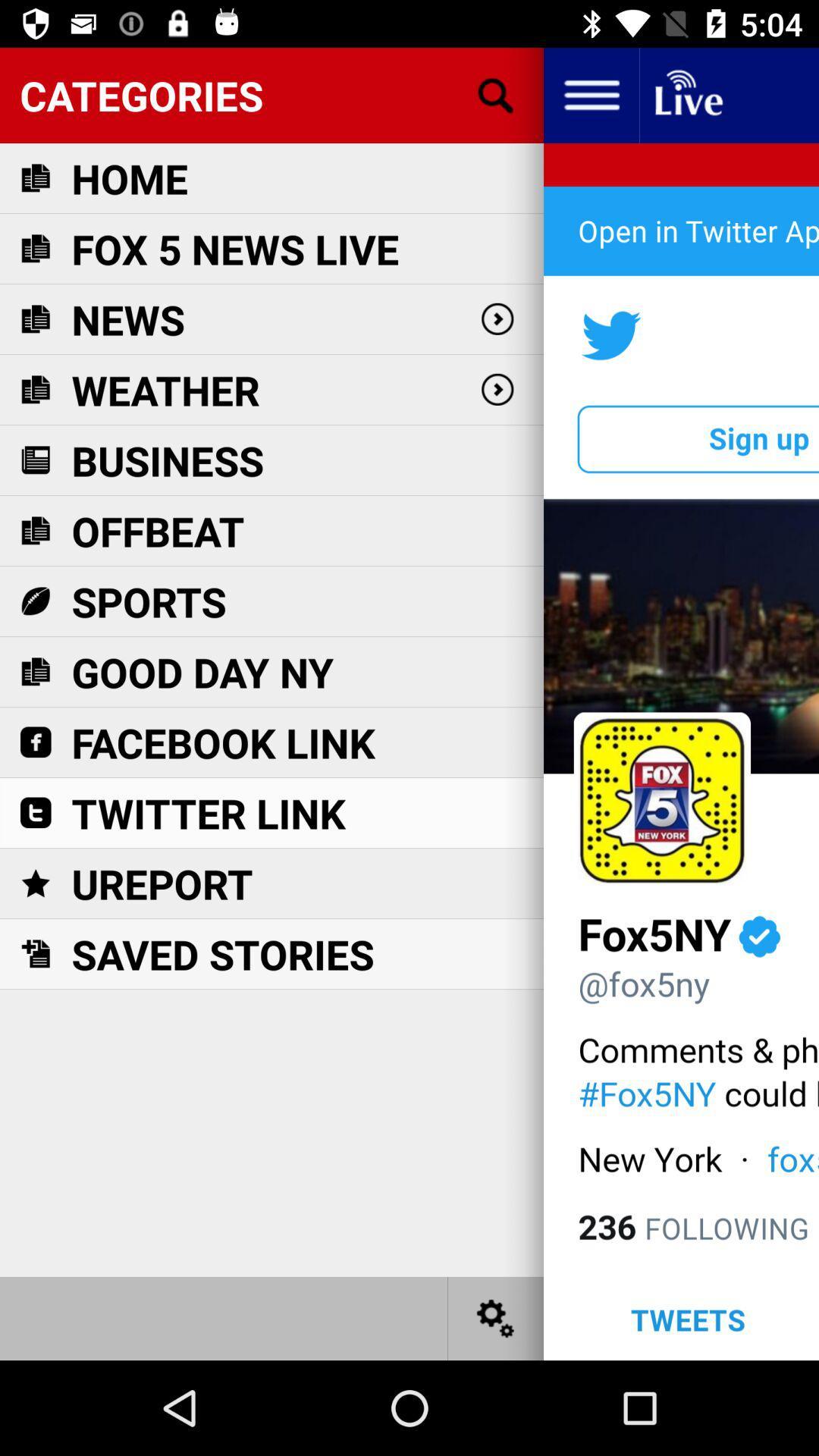 The image size is (819, 1456). I want to click on good day ny icon, so click(202, 671).